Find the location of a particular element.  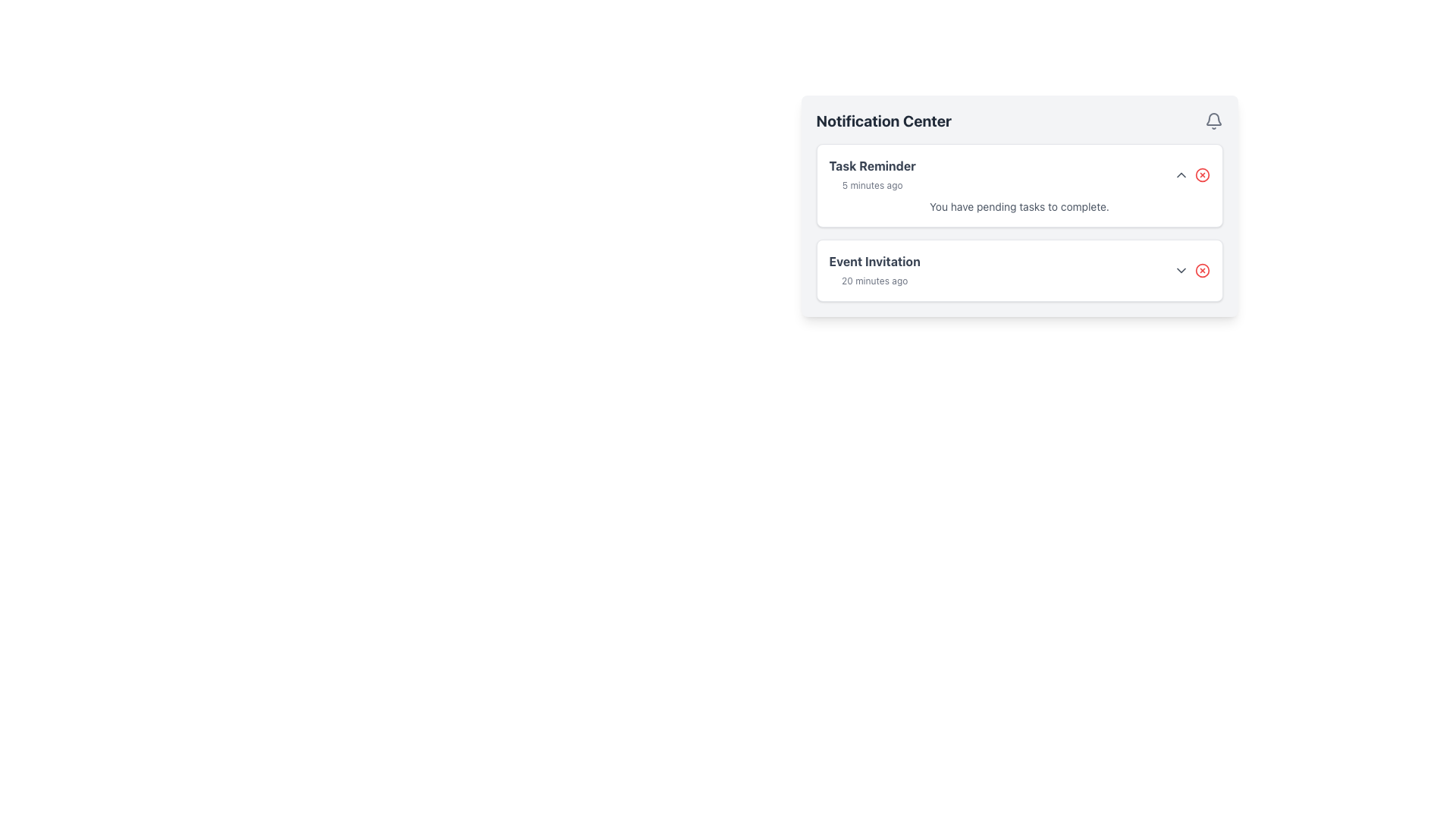

the close or delete icon located in the upper-right corner of the bottom notification card is located at coordinates (1201, 270).